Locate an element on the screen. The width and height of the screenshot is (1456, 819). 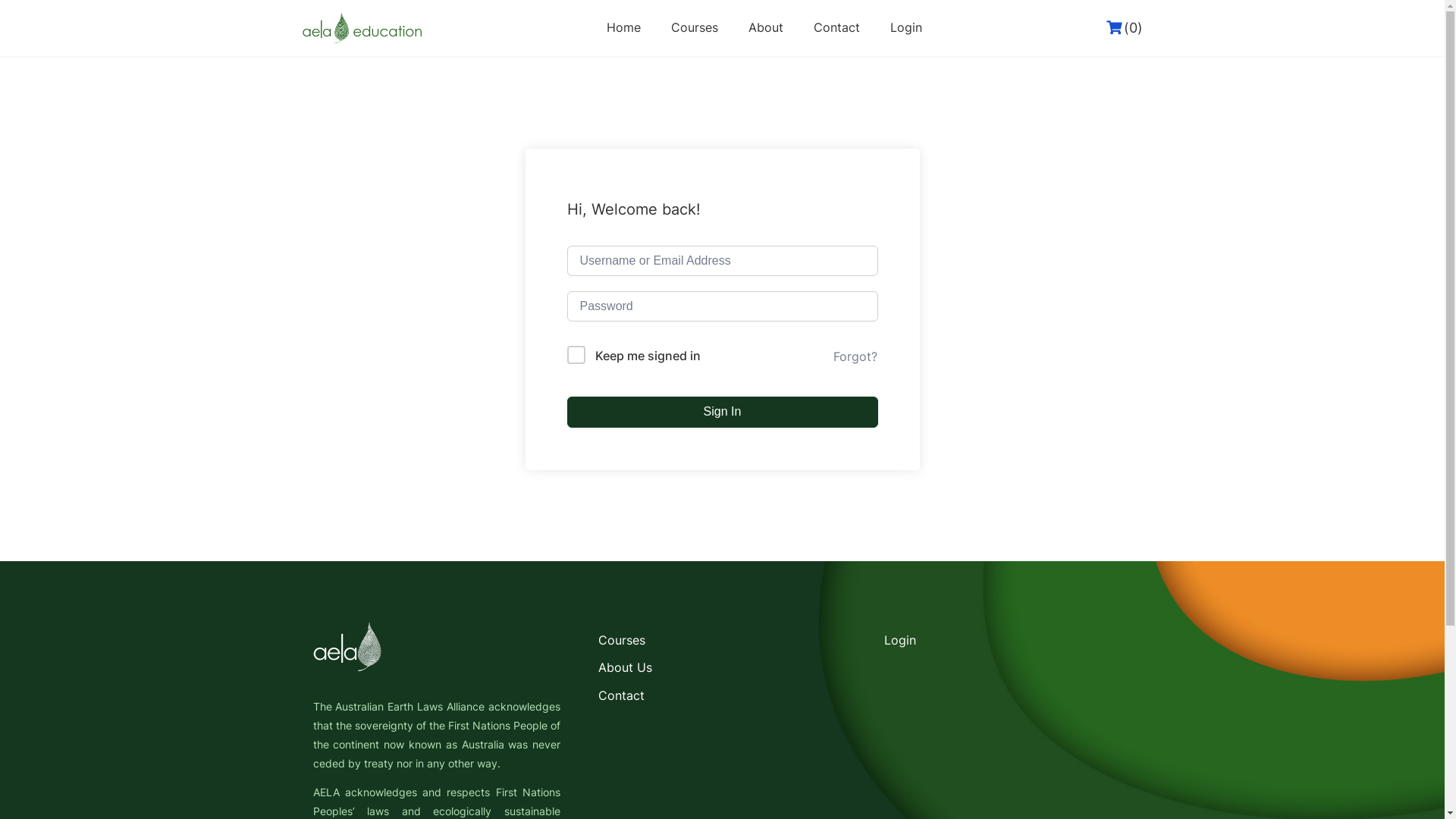
'Contact' is located at coordinates (621, 695).